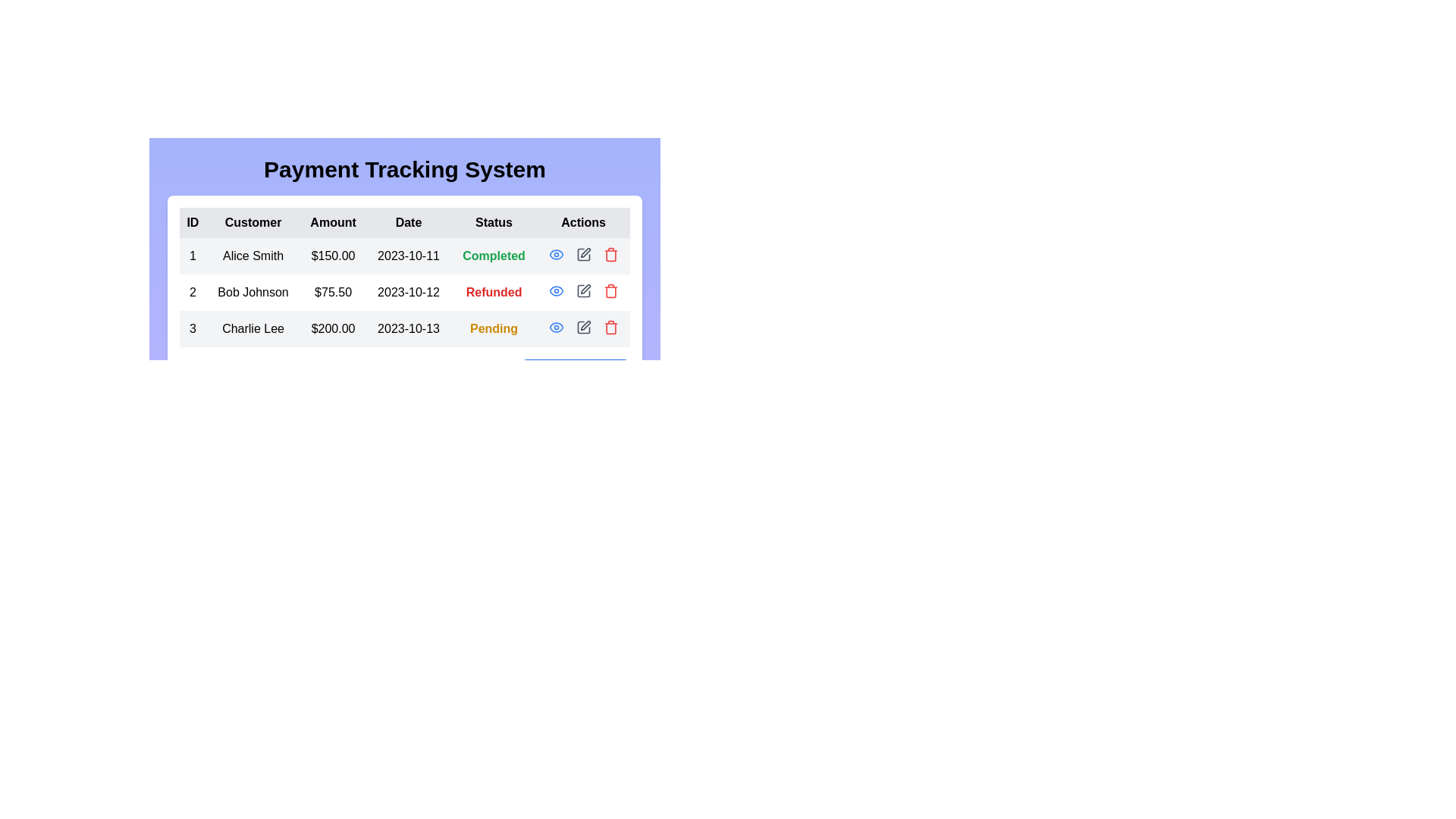  I want to click on the Trash Bin icon located in the Actions column of the table for the third row entry for Charlie Lee, which symbolizes the deletion operation, so click(610, 255).